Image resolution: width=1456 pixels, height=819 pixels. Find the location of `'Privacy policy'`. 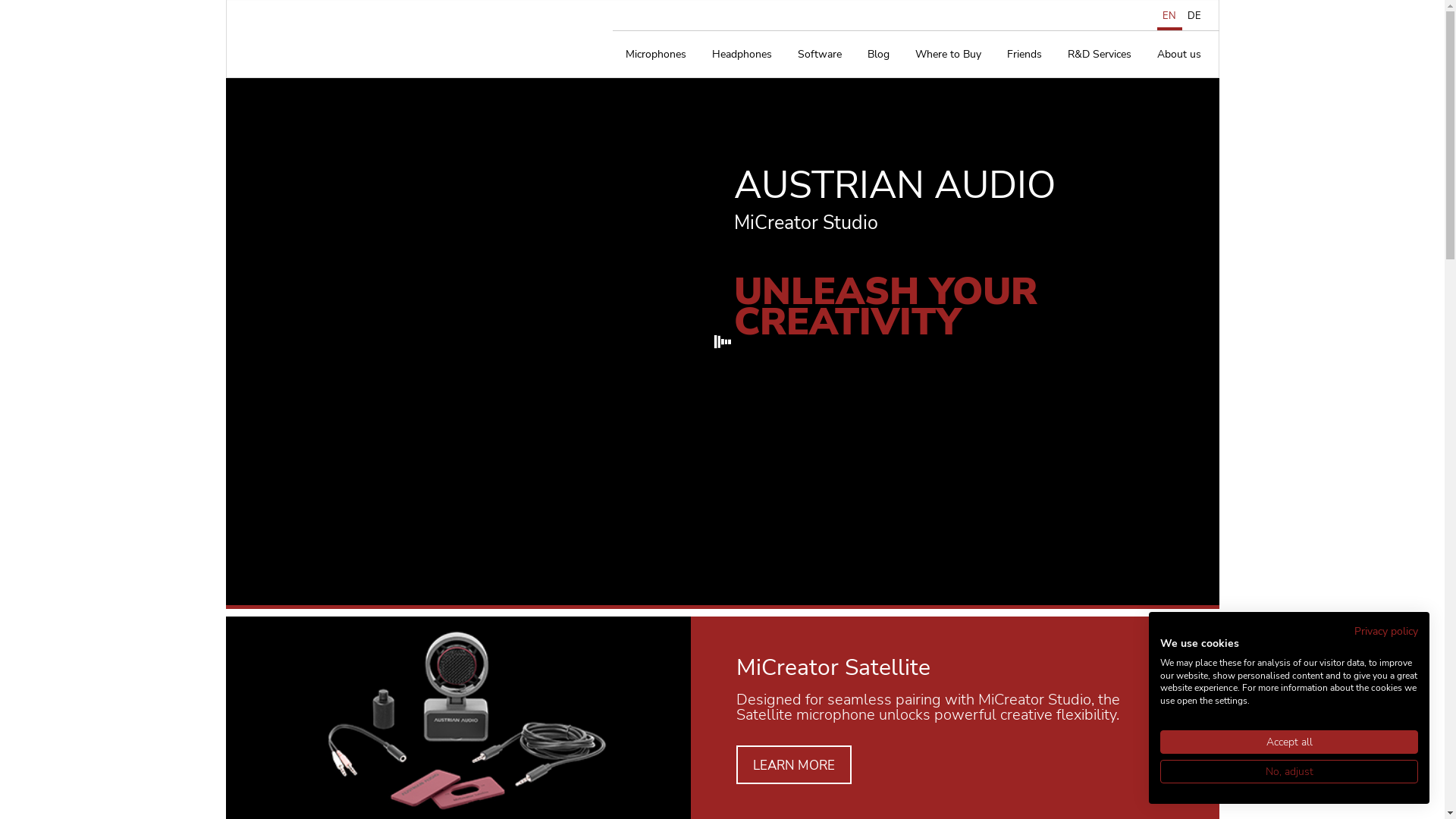

'Privacy policy' is located at coordinates (1386, 631).